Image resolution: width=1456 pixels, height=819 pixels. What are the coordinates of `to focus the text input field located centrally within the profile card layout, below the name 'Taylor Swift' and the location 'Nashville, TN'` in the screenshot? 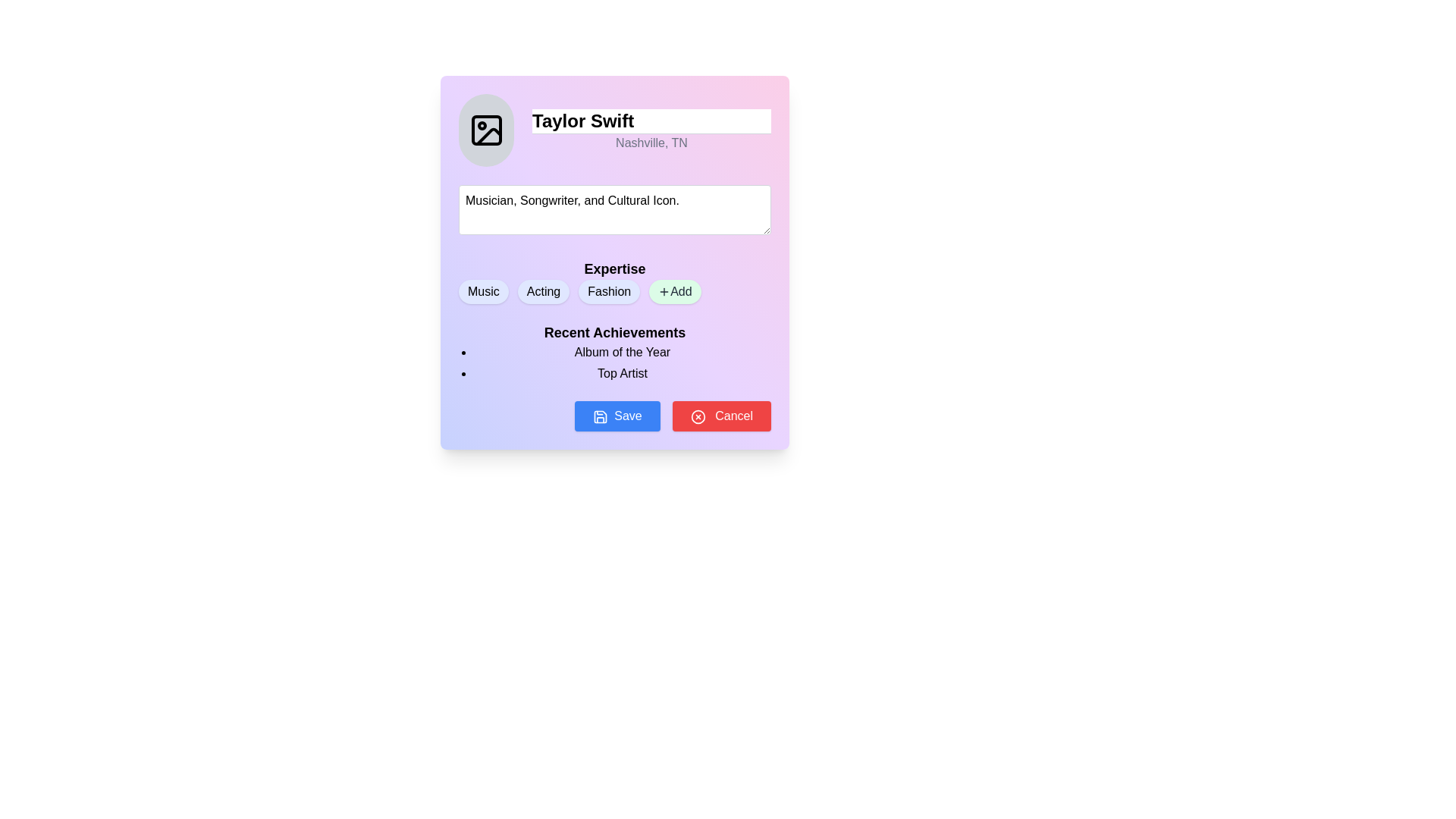 It's located at (615, 210).